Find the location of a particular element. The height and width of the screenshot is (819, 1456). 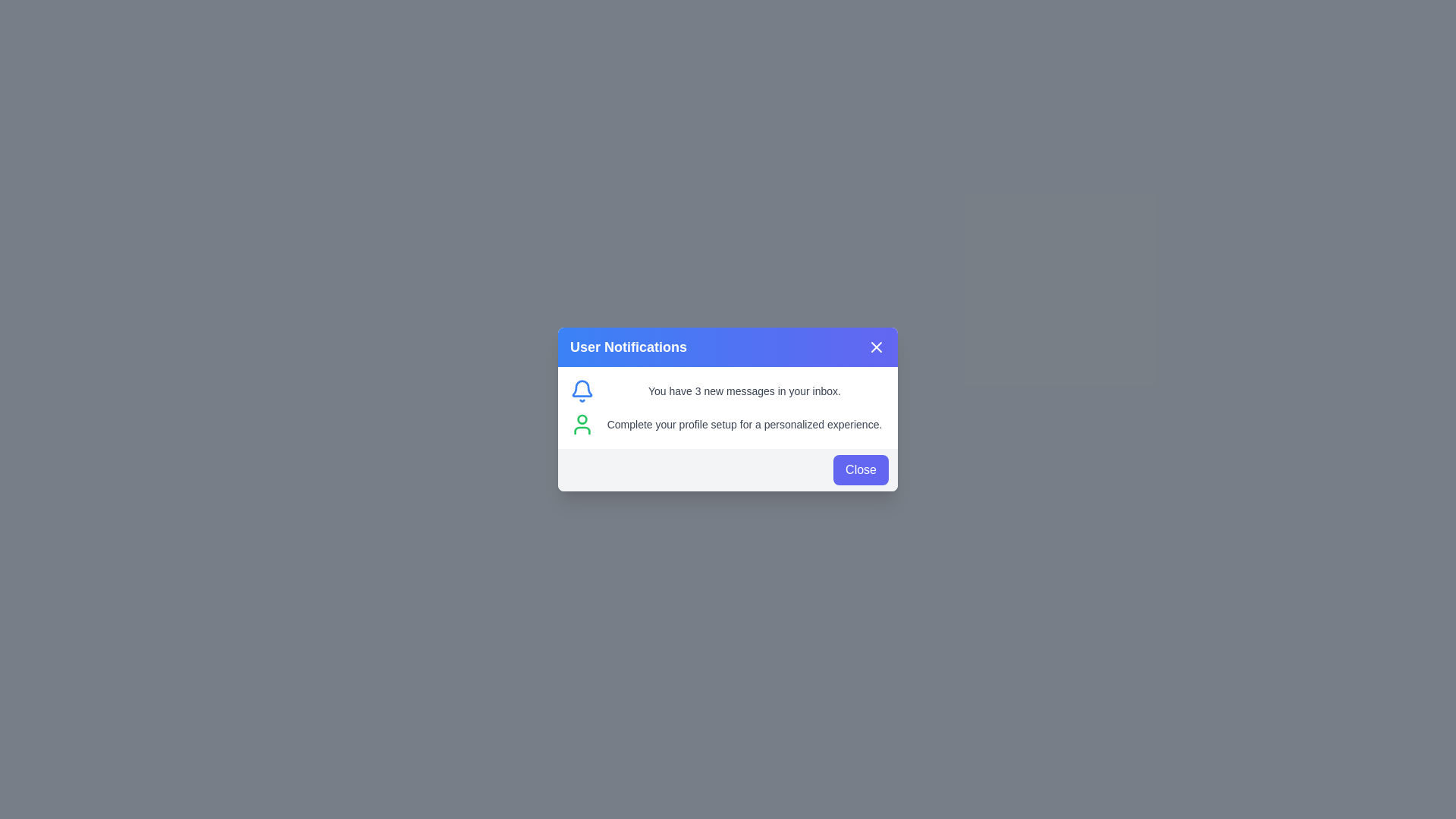

the close button located on the far right of the notification header, adjacent to the 'User Notifications' title is located at coordinates (877, 347).